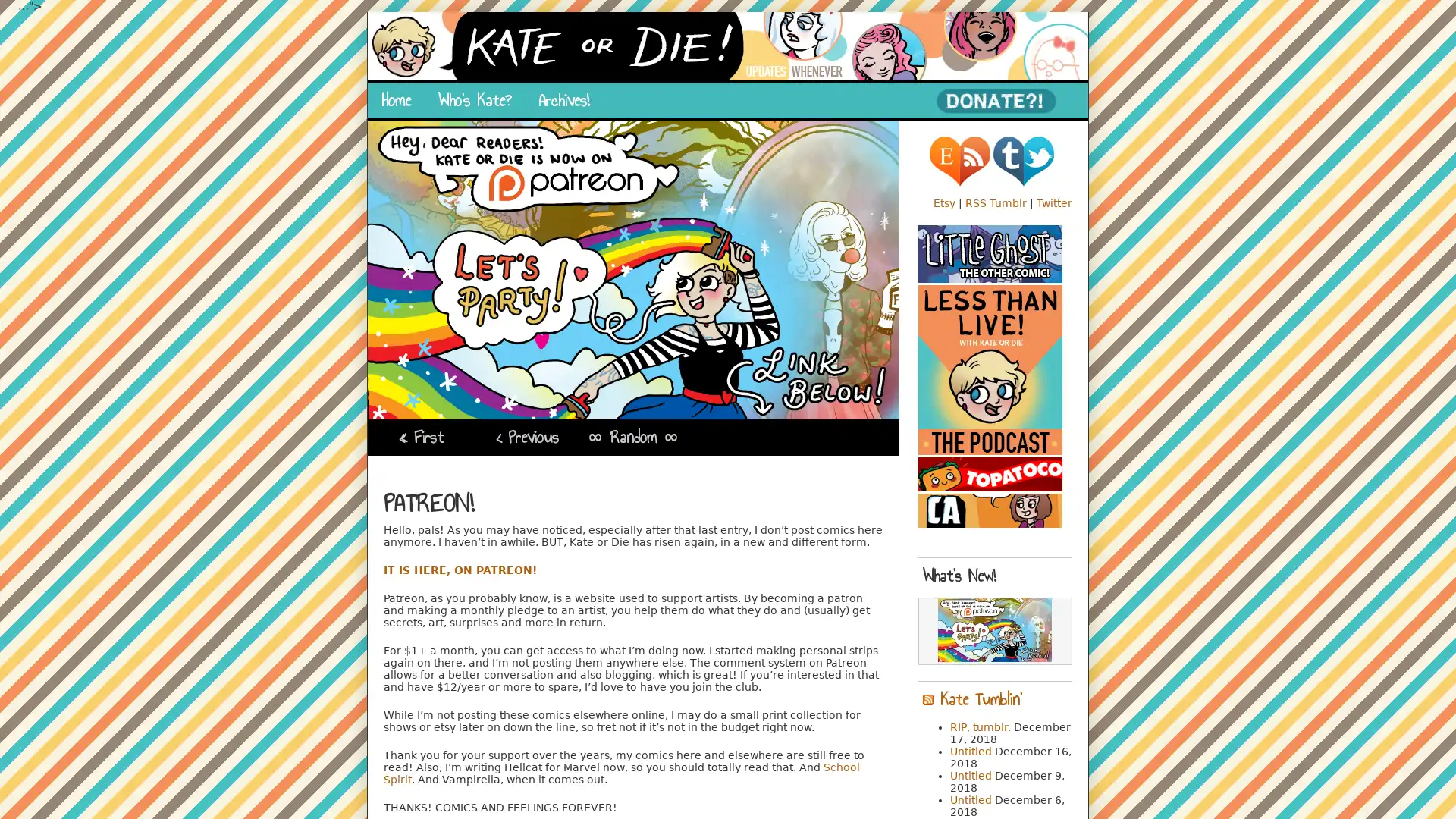 The height and width of the screenshot is (819, 1456). I want to click on PayPal - The safer, easier way to pay online!, so click(995, 101).